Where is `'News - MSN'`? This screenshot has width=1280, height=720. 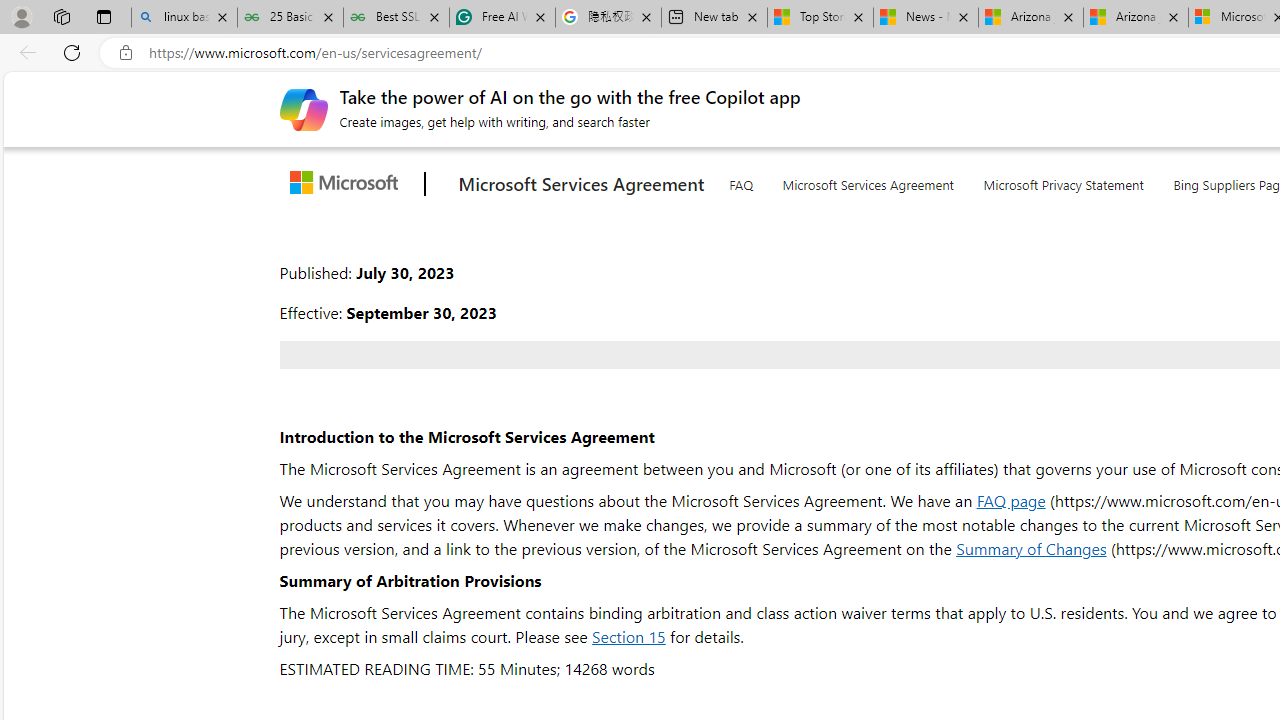 'News - MSN' is located at coordinates (925, 17).